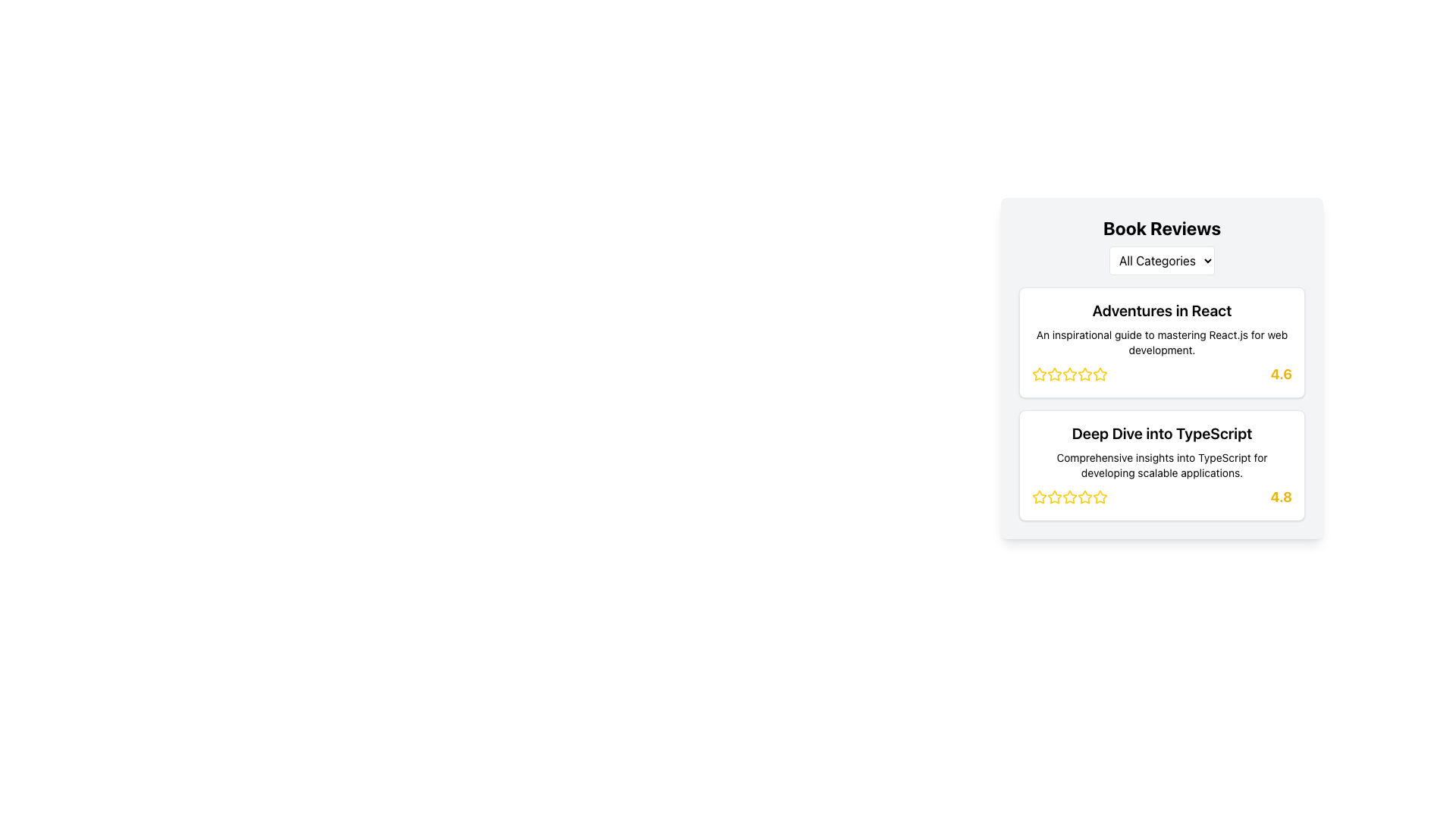 The height and width of the screenshot is (819, 1456). What do you see at coordinates (1161, 464) in the screenshot?
I see `descriptive text about a book detailing insights into TypeScript for scalable applications, located beneath the title 'Deep Dive into TypeScript' within the card layout` at bounding box center [1161, 464].